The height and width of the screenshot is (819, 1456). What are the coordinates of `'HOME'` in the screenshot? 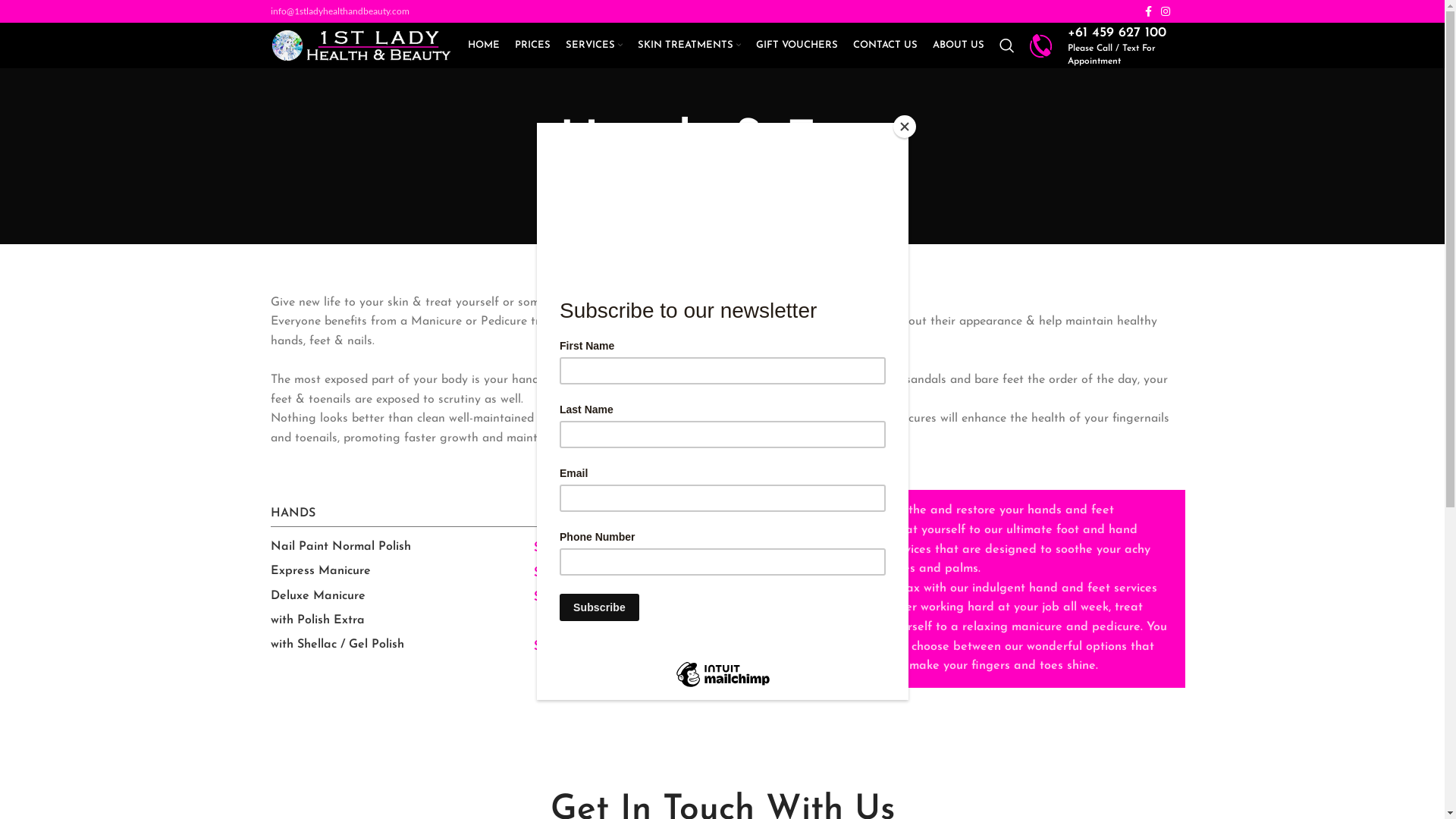 It's located at (466, 45).